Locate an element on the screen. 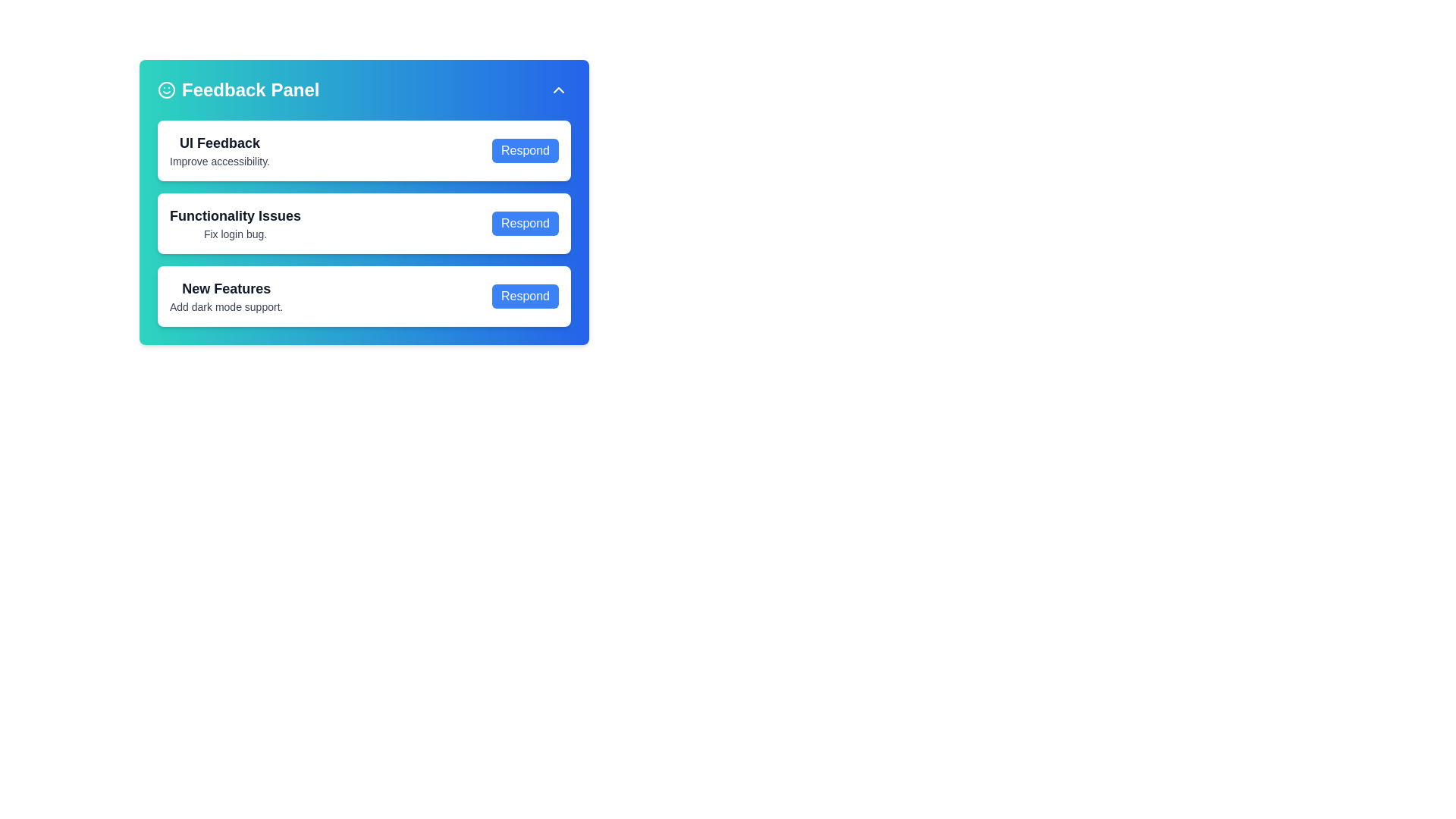 This screenshot has width=1456, height=819. the text element displaying the heading 'Functionality Issues', which is styled as a bold subheading within the feedback panel is located at coordinates (234, 216).